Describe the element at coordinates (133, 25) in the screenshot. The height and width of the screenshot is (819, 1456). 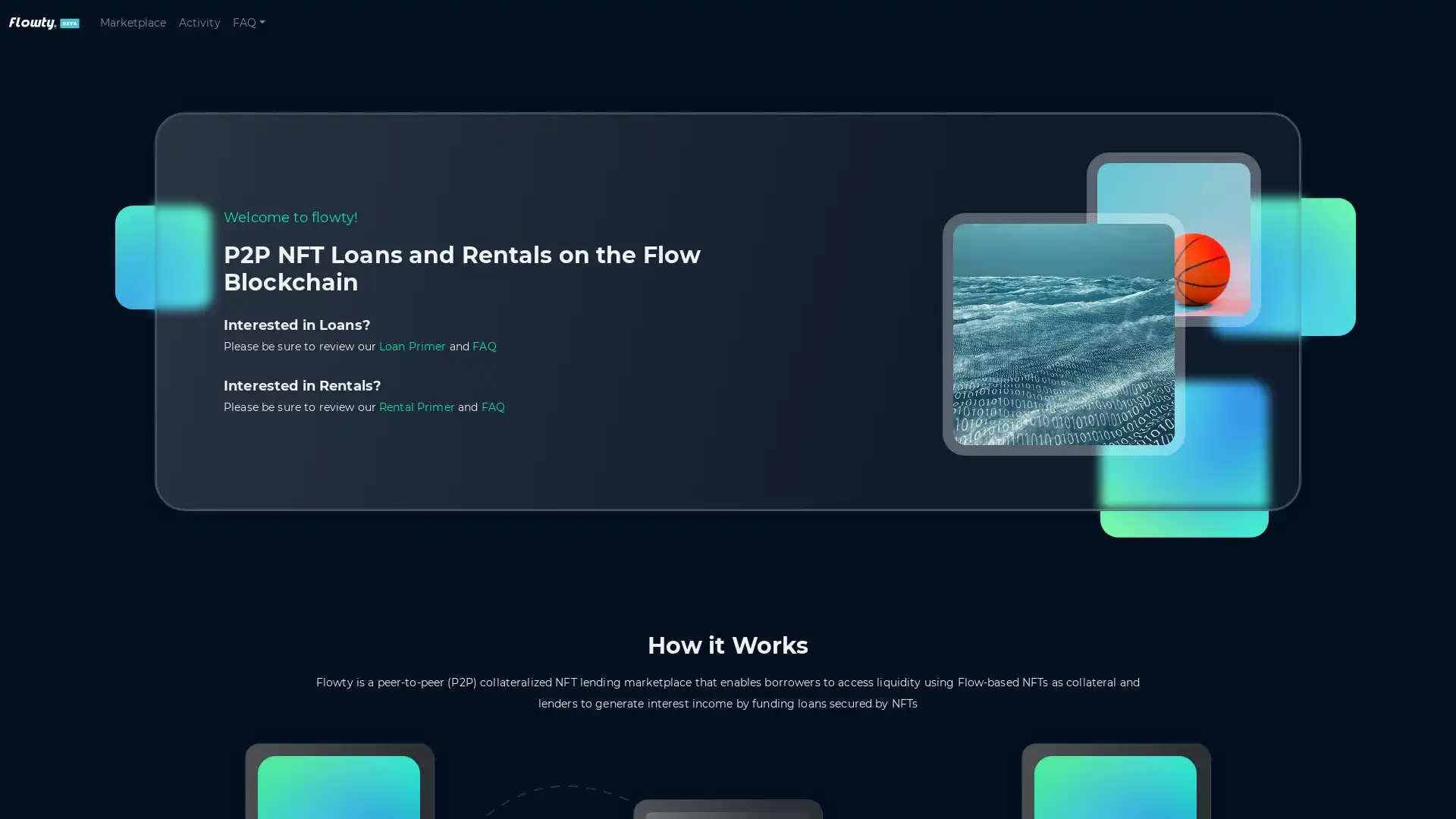
I see `Marketplace` at that location.